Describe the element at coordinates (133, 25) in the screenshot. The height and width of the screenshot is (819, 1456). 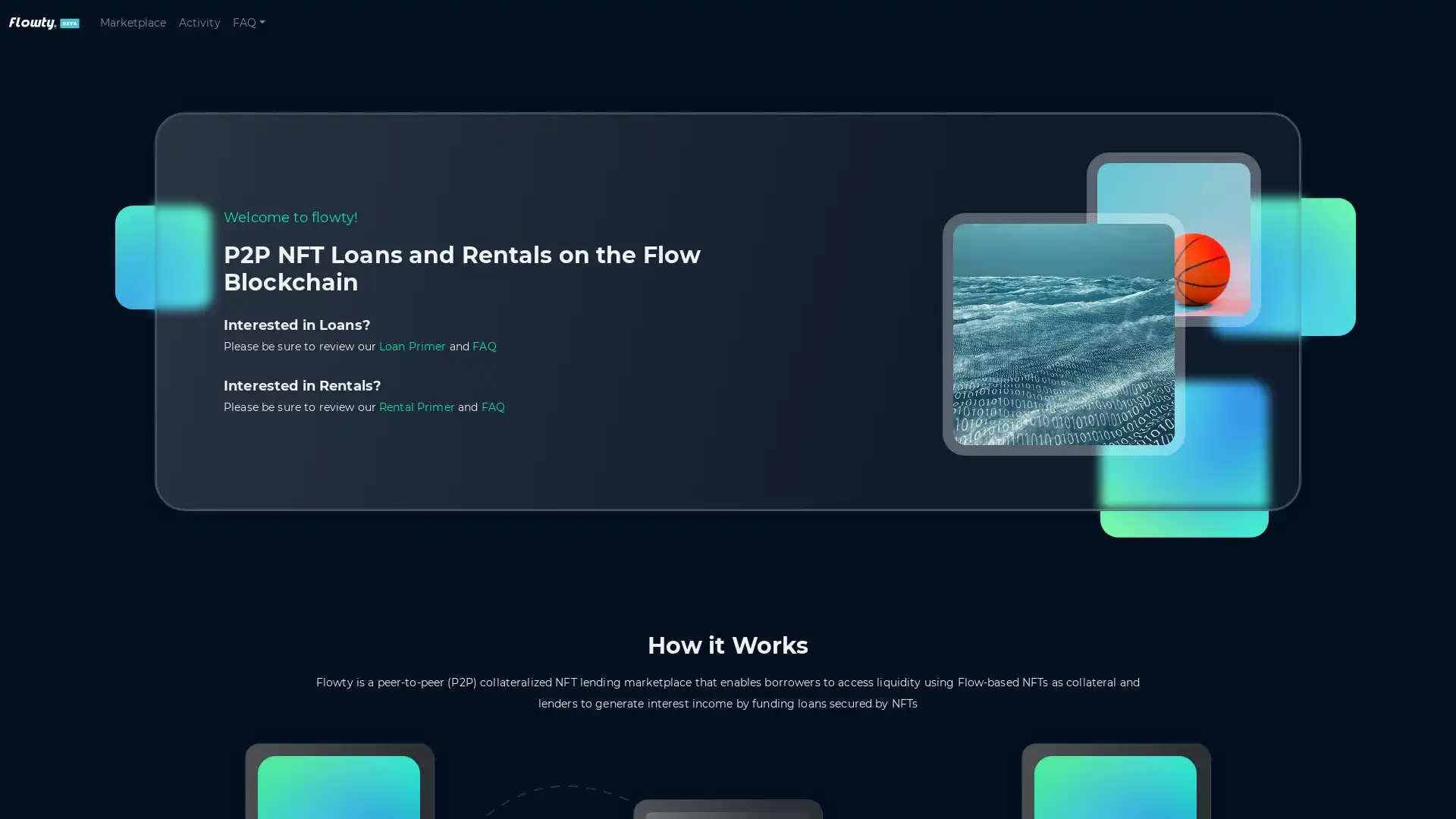
I see `Marketplace` at that location.